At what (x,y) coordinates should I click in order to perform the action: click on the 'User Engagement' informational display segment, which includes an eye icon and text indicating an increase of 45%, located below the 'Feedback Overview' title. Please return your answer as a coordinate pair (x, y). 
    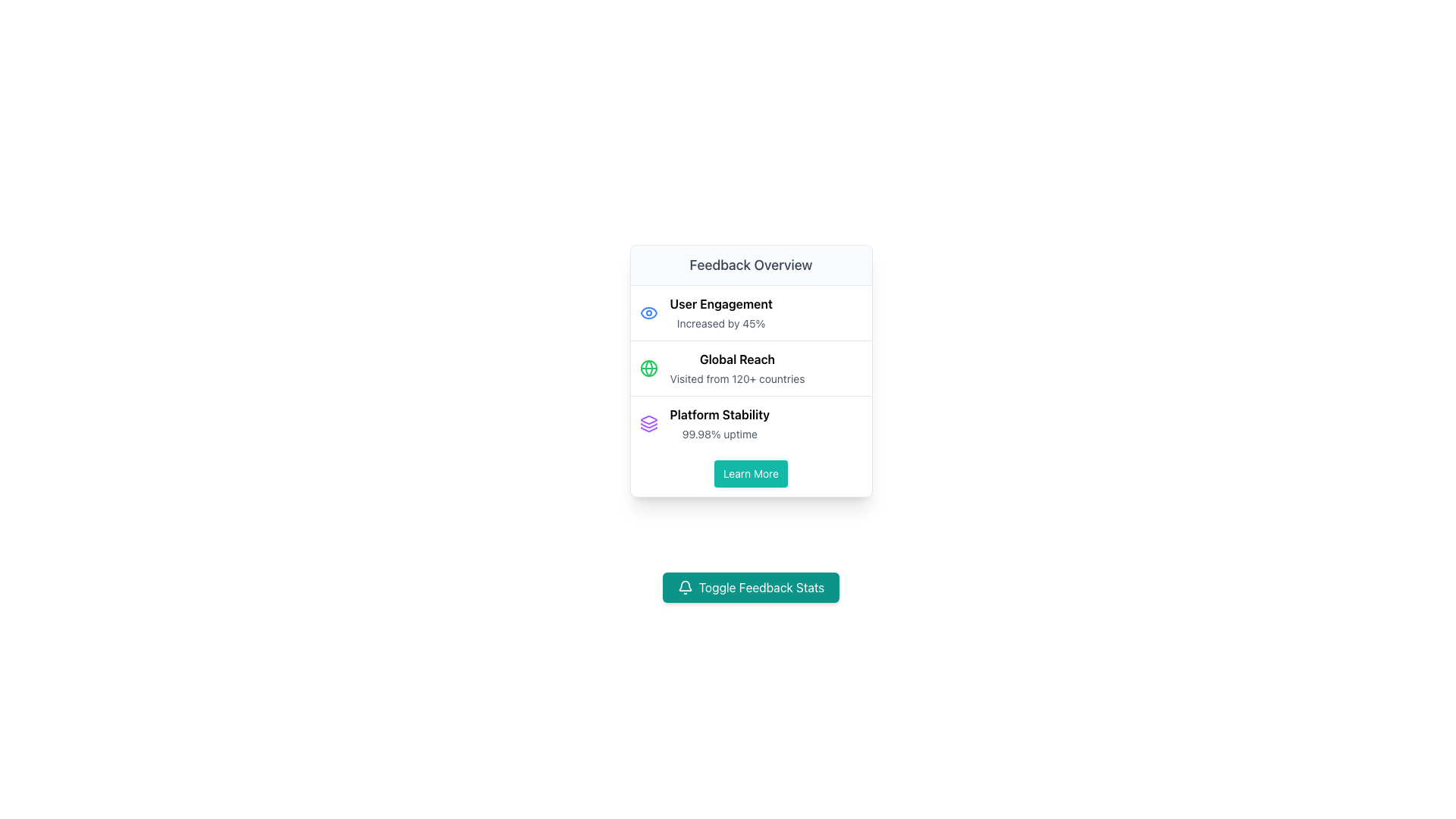
    Looking at the image, I should click on (751, 312).